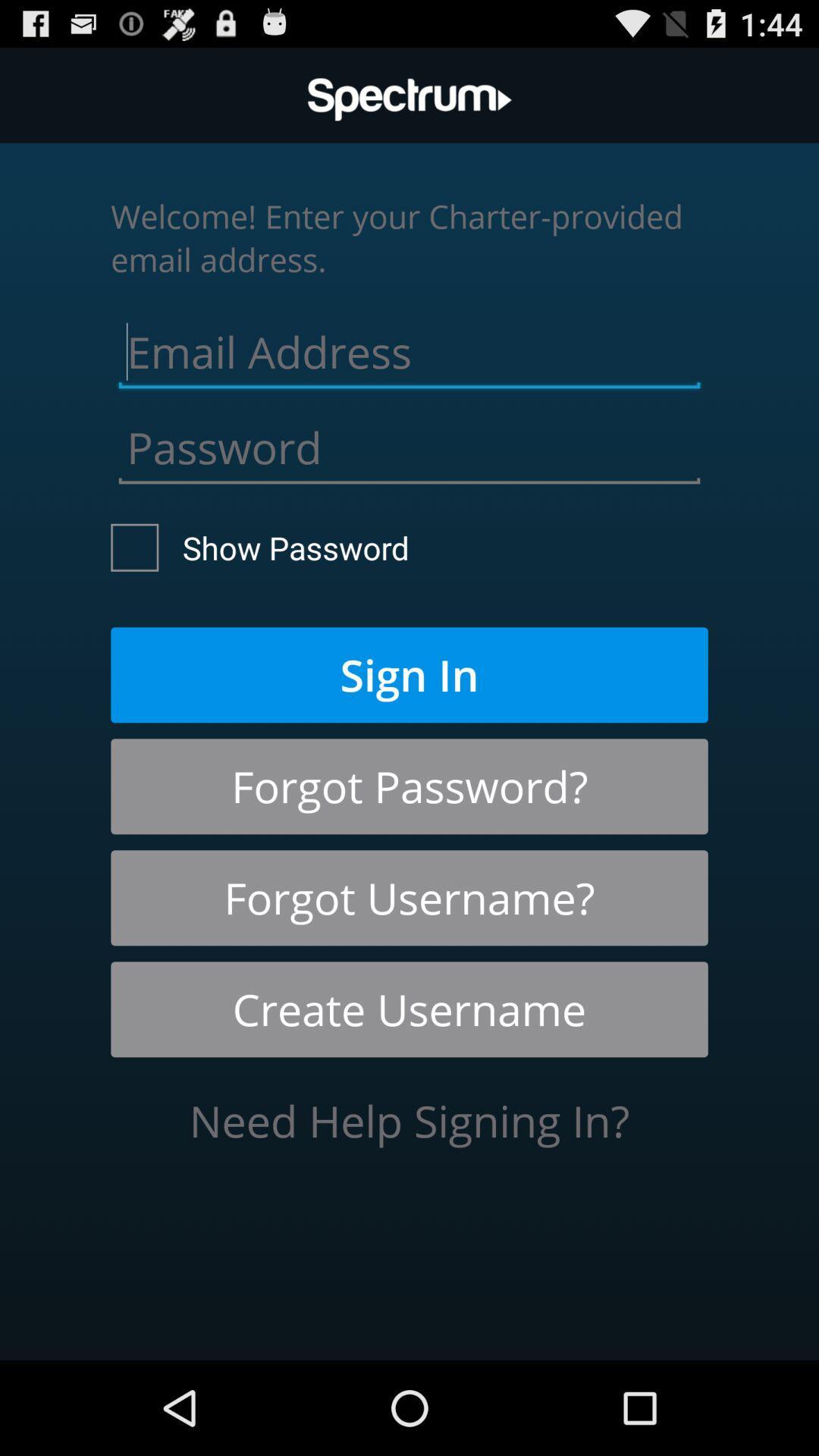 This screenshot has height=1456, width=819. I want to click on welcome enter your, so click(409, 237).